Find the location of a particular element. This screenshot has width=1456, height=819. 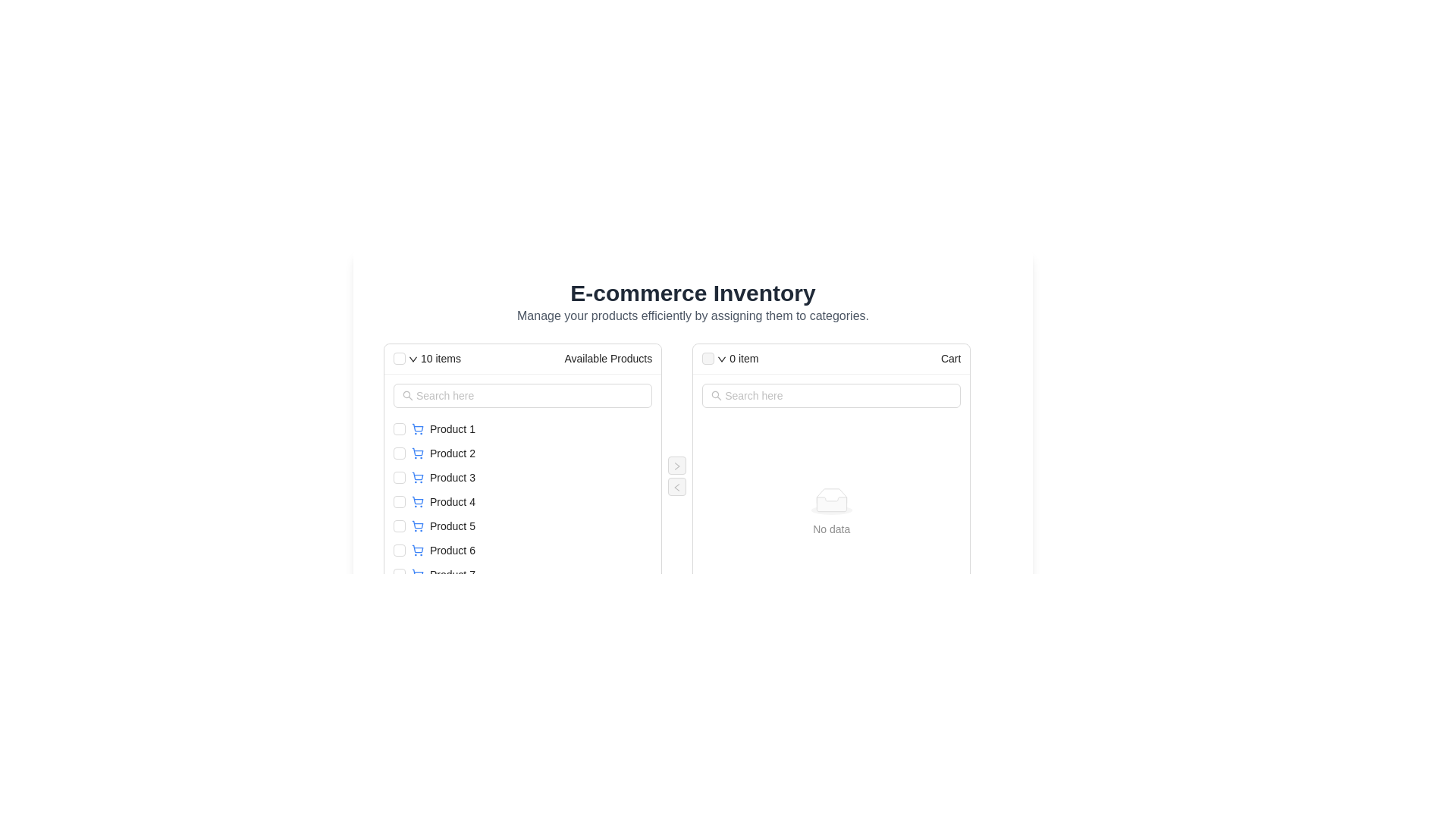

the list item labeled 'Product 6' in the left panel under the 'Available Products' section is located at coordinates (532, 550).